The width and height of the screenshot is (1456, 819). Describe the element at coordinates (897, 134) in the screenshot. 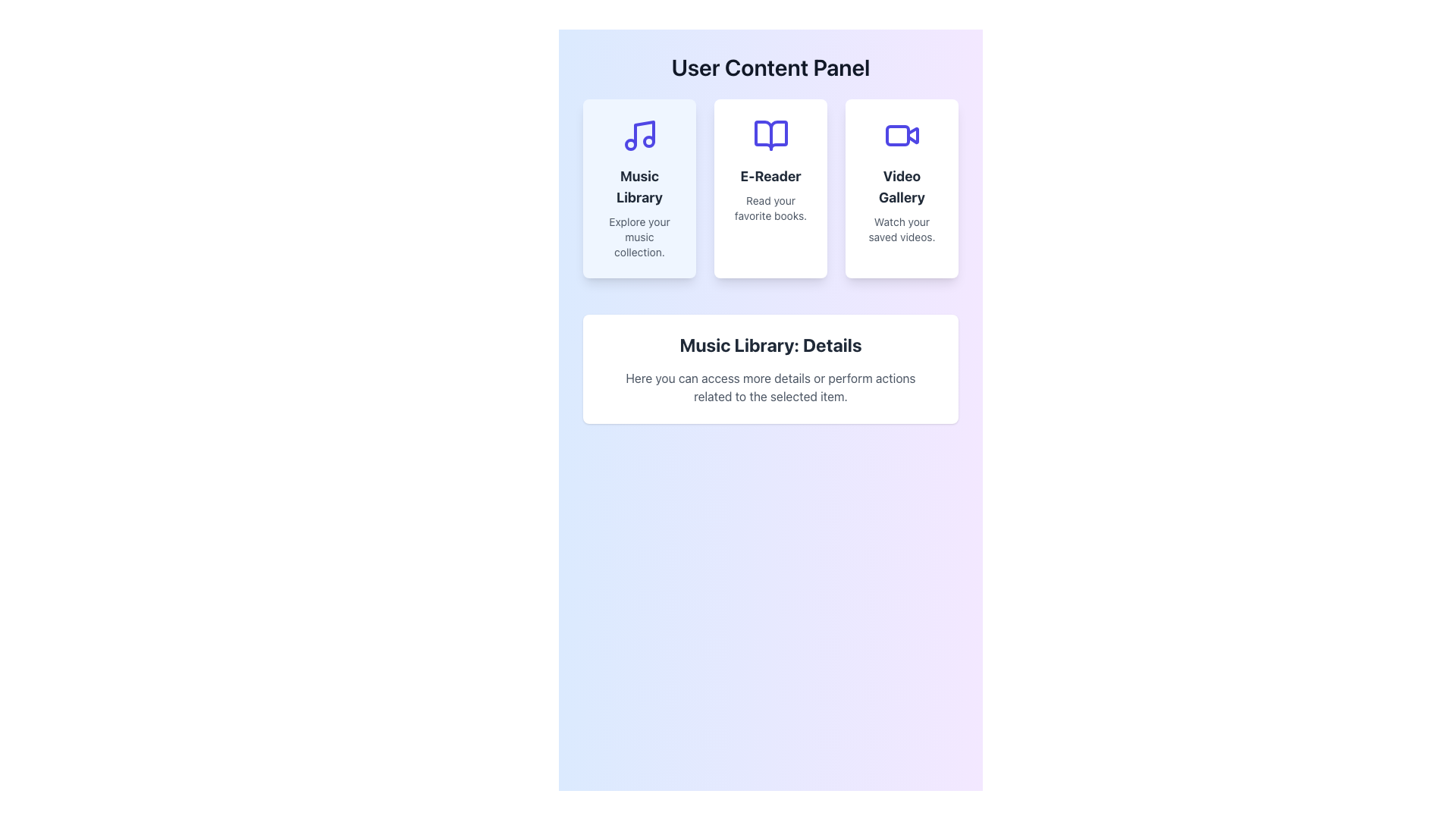

I see `blue rectangle with rounded corners located in the 'Video Gallery' card for debugging purposes` at that location.